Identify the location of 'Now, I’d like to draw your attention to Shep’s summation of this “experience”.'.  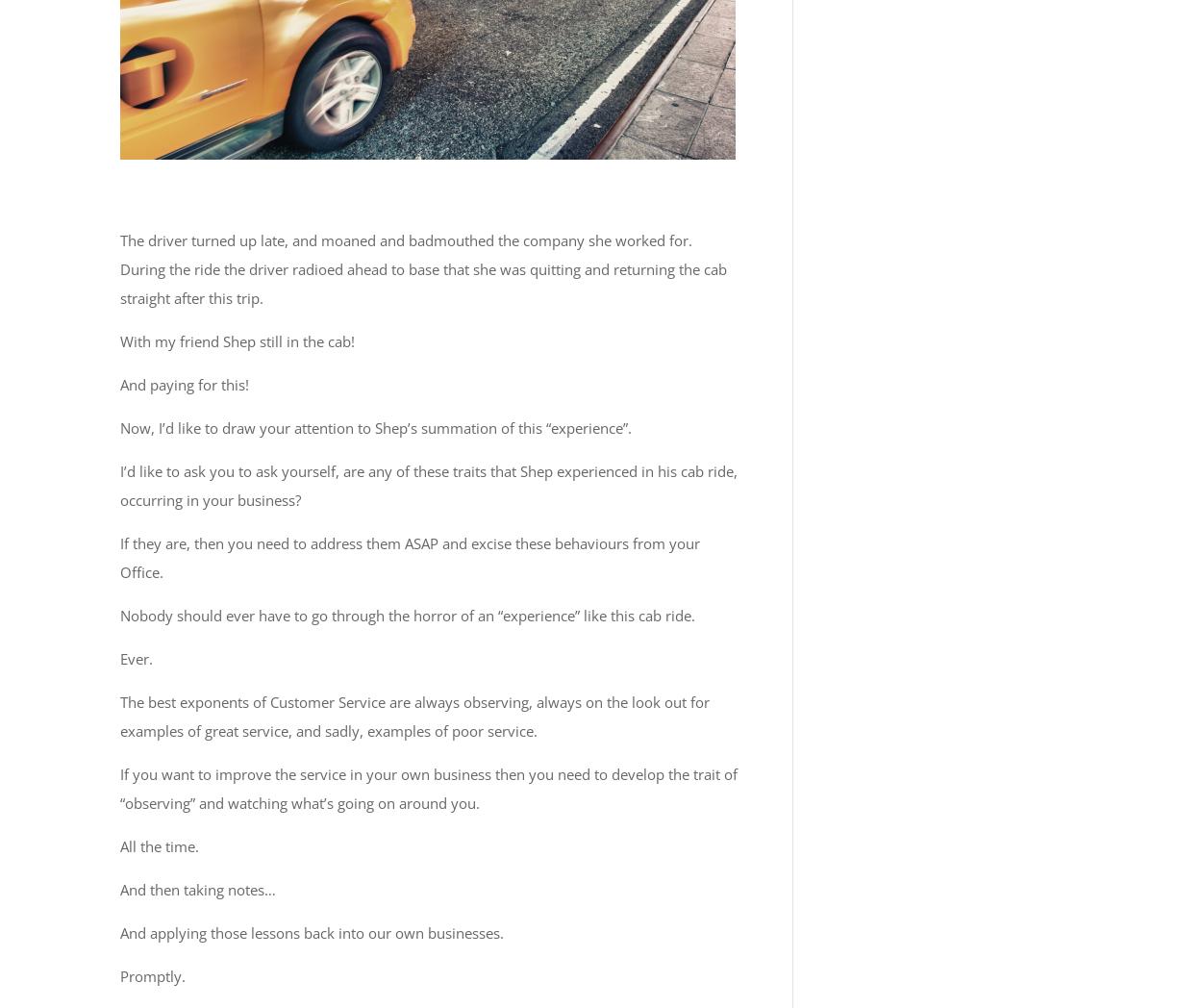
(120, 426).